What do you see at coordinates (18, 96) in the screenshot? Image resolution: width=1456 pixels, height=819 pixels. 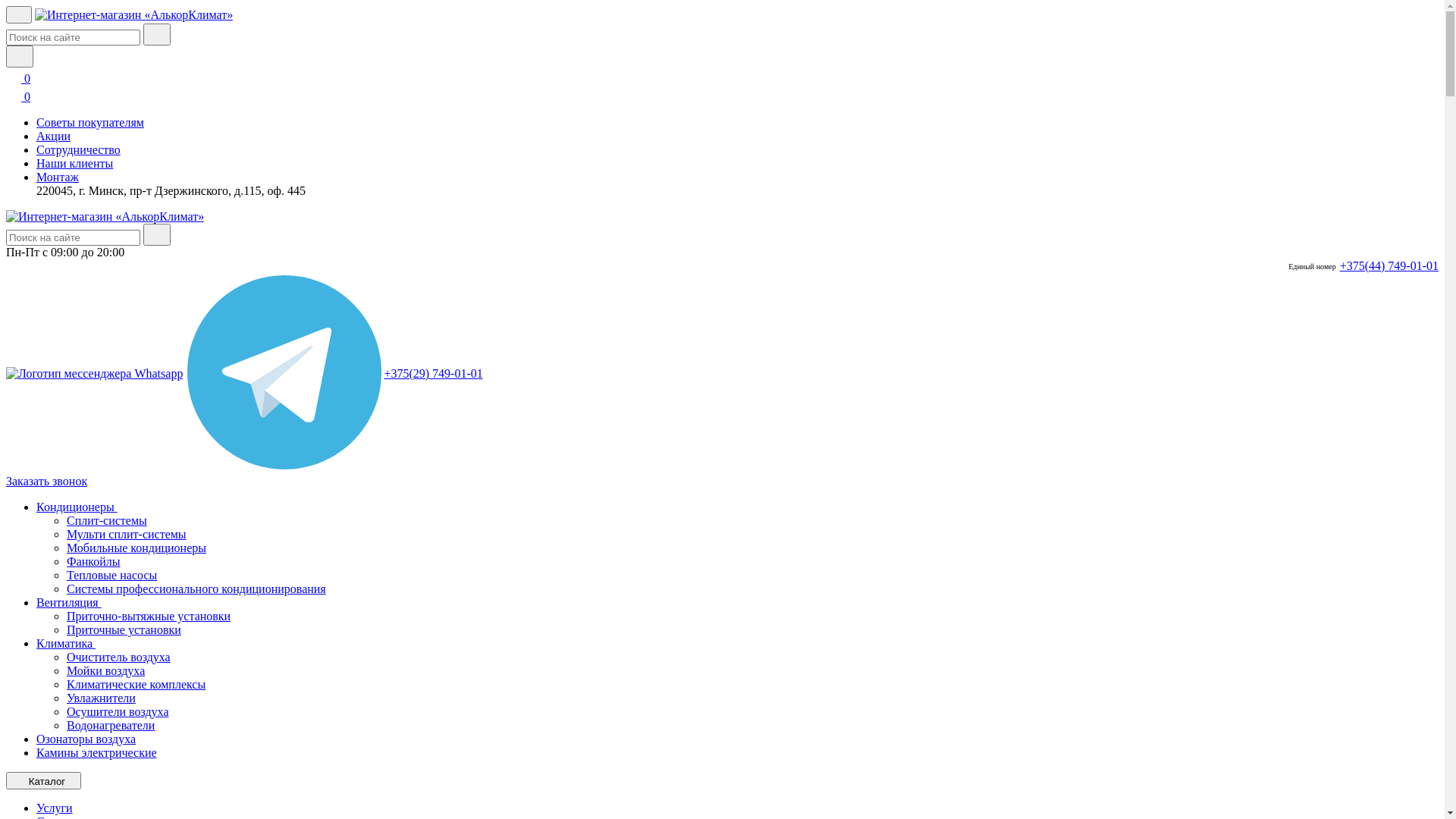 I see `'0'` at bounding box center [18, 96].